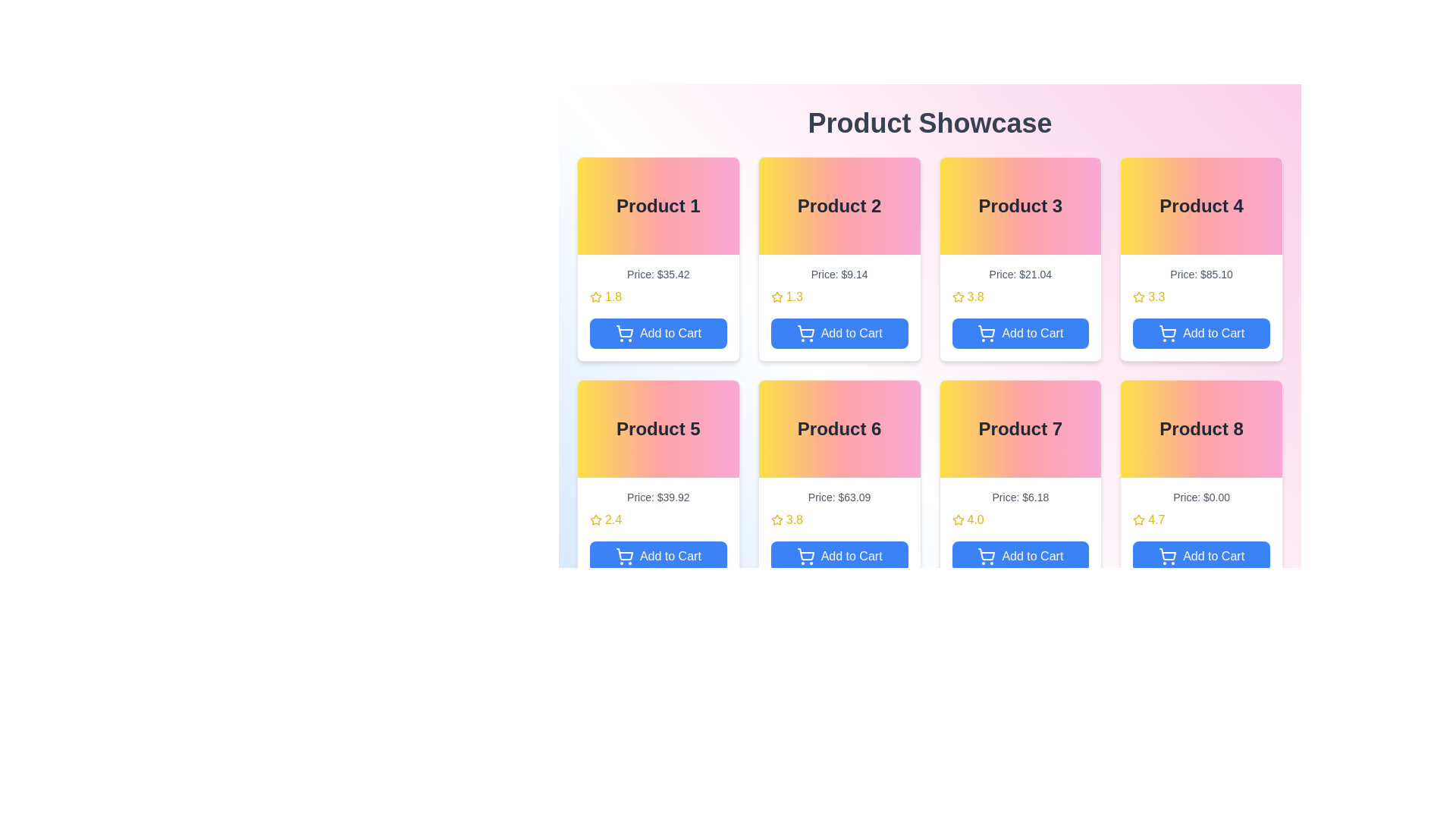  I want to click on the shopping cart icon in the 'Add to Cart' button beneath 'Product 5' to potentially display a tooltip, so click(624, 556).